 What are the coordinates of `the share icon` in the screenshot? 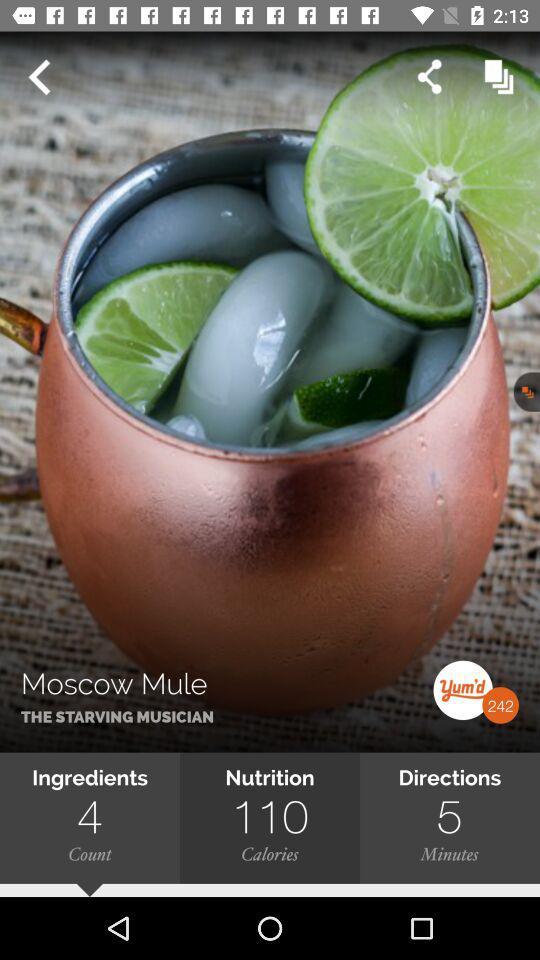 It's located at (428, 77).